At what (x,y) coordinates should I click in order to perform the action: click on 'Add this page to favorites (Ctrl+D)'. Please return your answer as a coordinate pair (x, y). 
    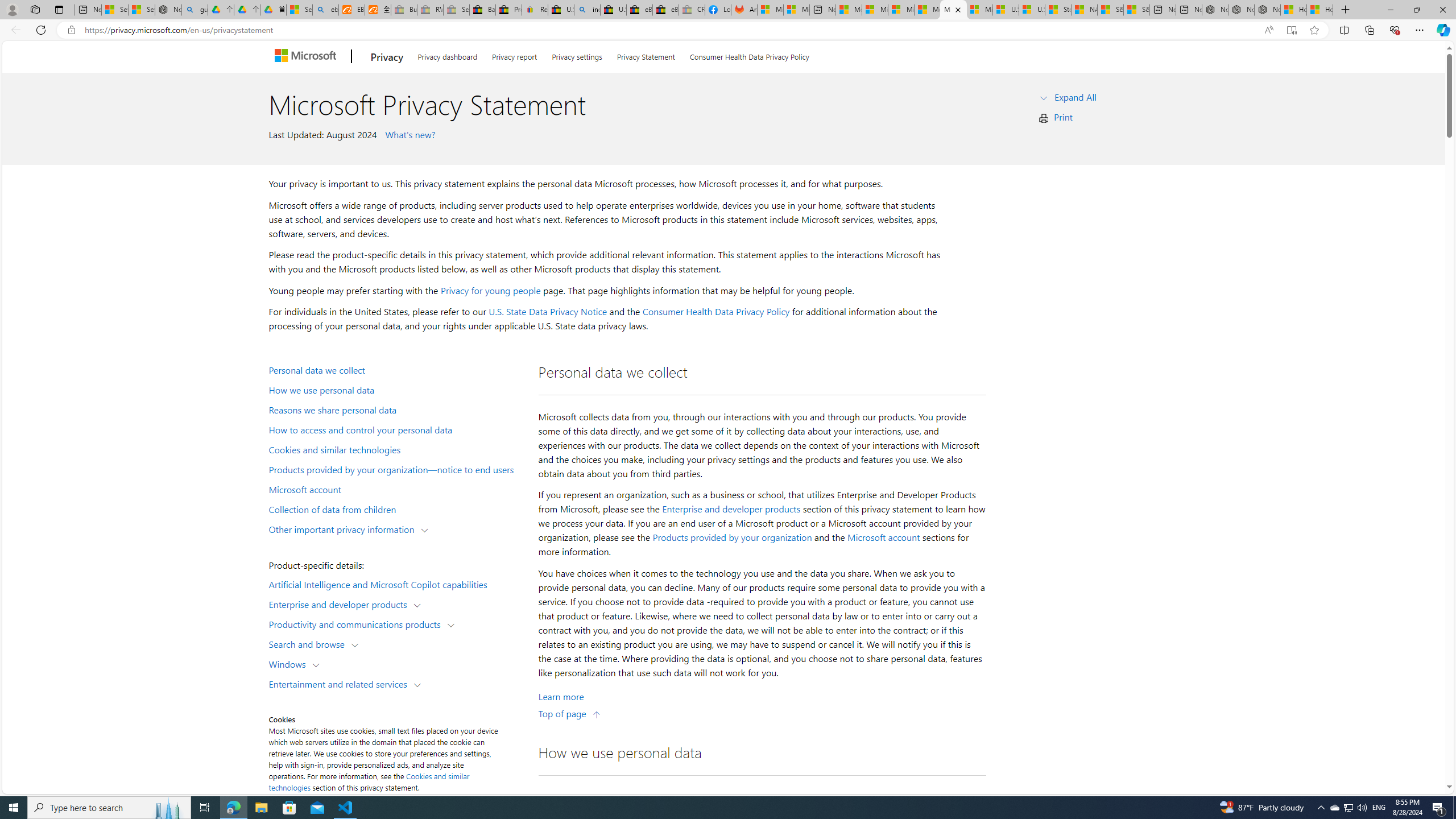
    Looking at the image, I should click on (1314, 30).